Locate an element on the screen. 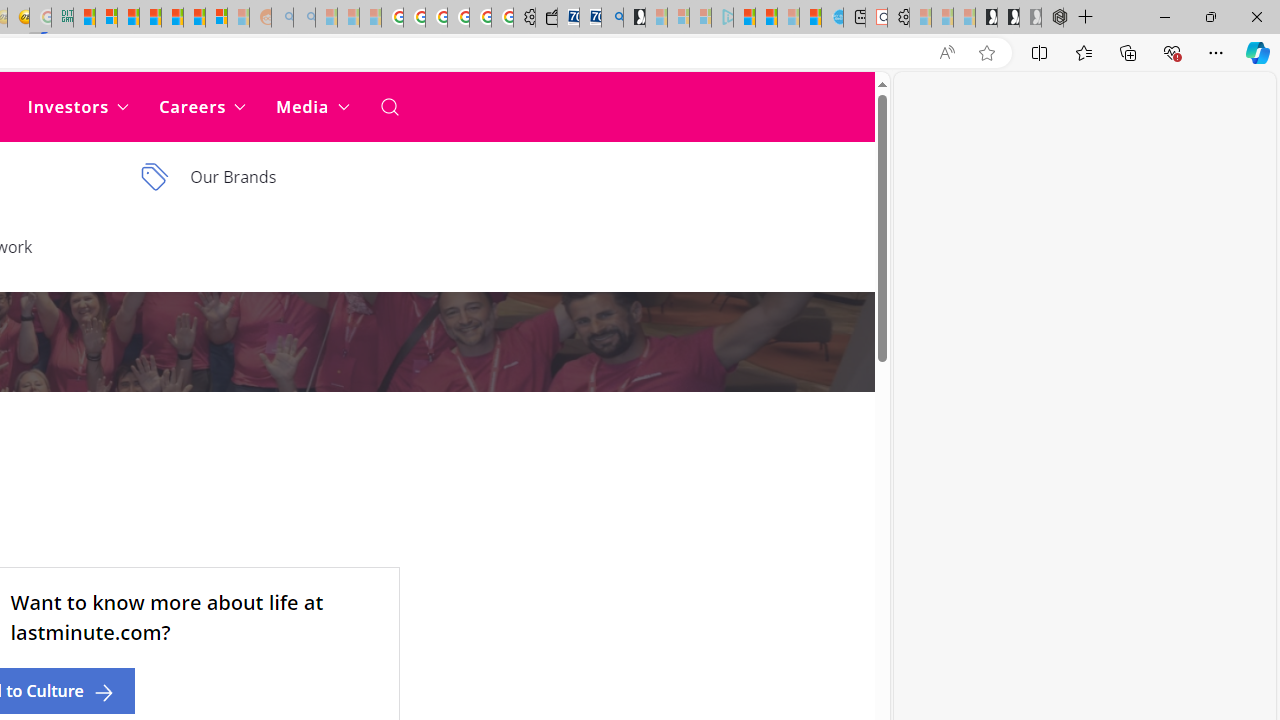 Image resolution: width=1280 pixels, height=720 pixels. 'Media' is located at coordinates (311, 106).